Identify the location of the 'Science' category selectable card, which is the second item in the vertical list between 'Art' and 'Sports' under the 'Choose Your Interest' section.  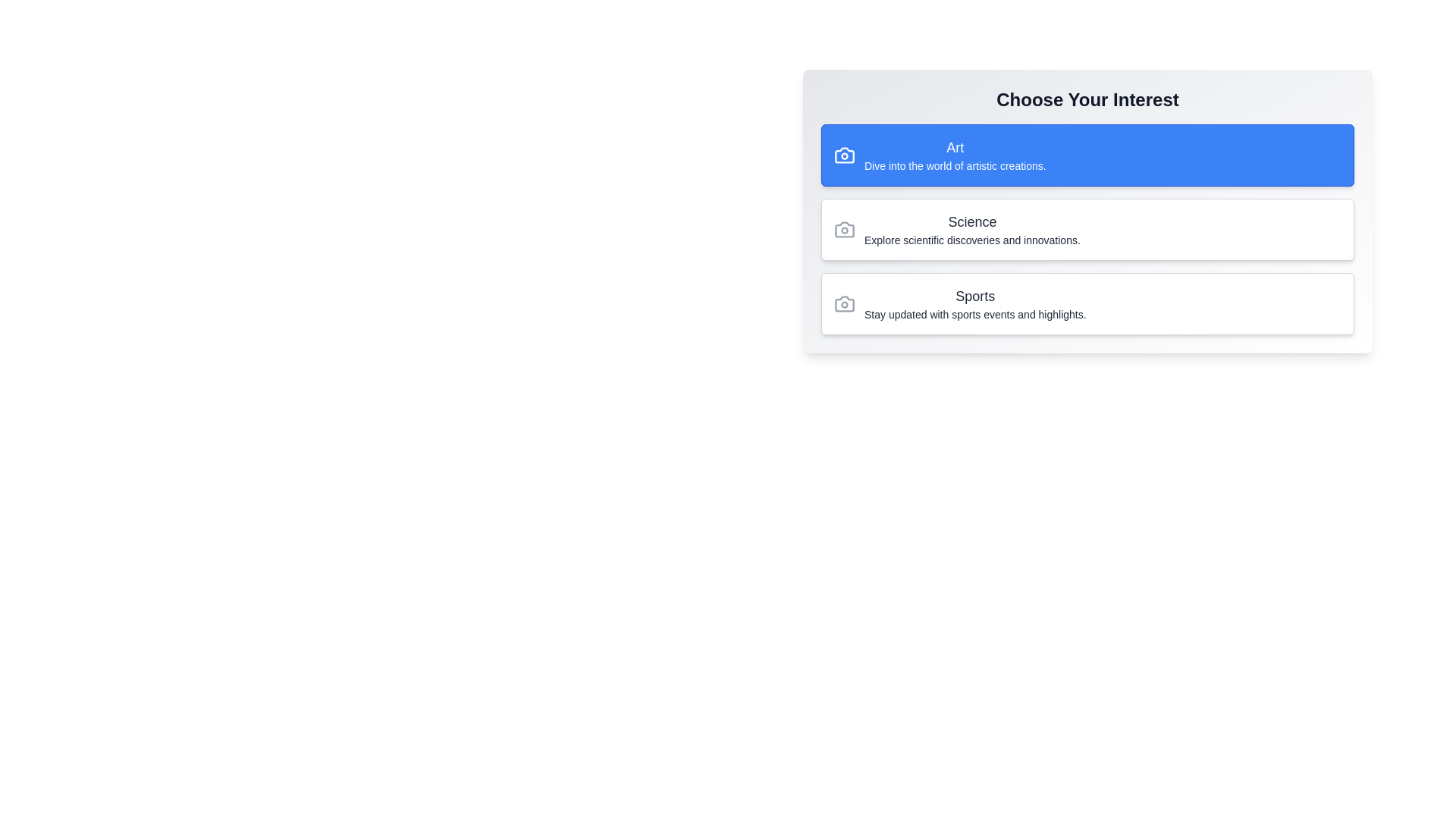
(1087, 230).